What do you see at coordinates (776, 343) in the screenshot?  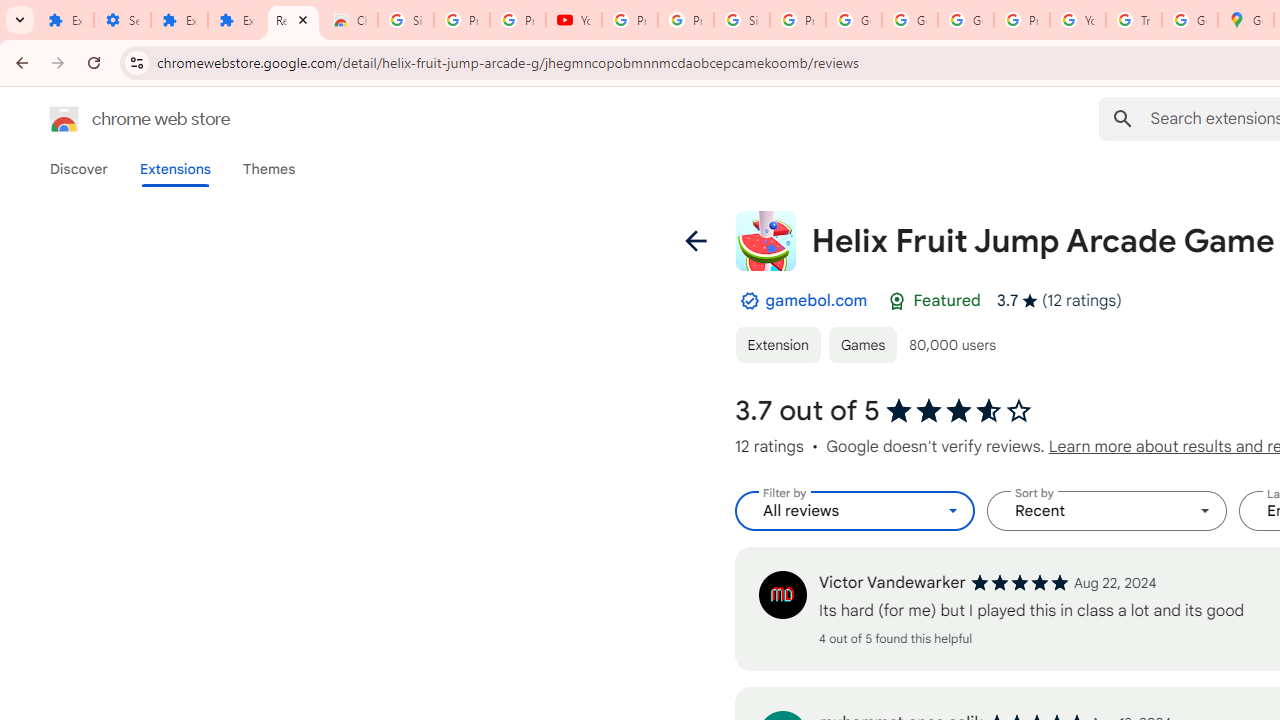 I see `'Extension'` at bounding box center [776, 343].